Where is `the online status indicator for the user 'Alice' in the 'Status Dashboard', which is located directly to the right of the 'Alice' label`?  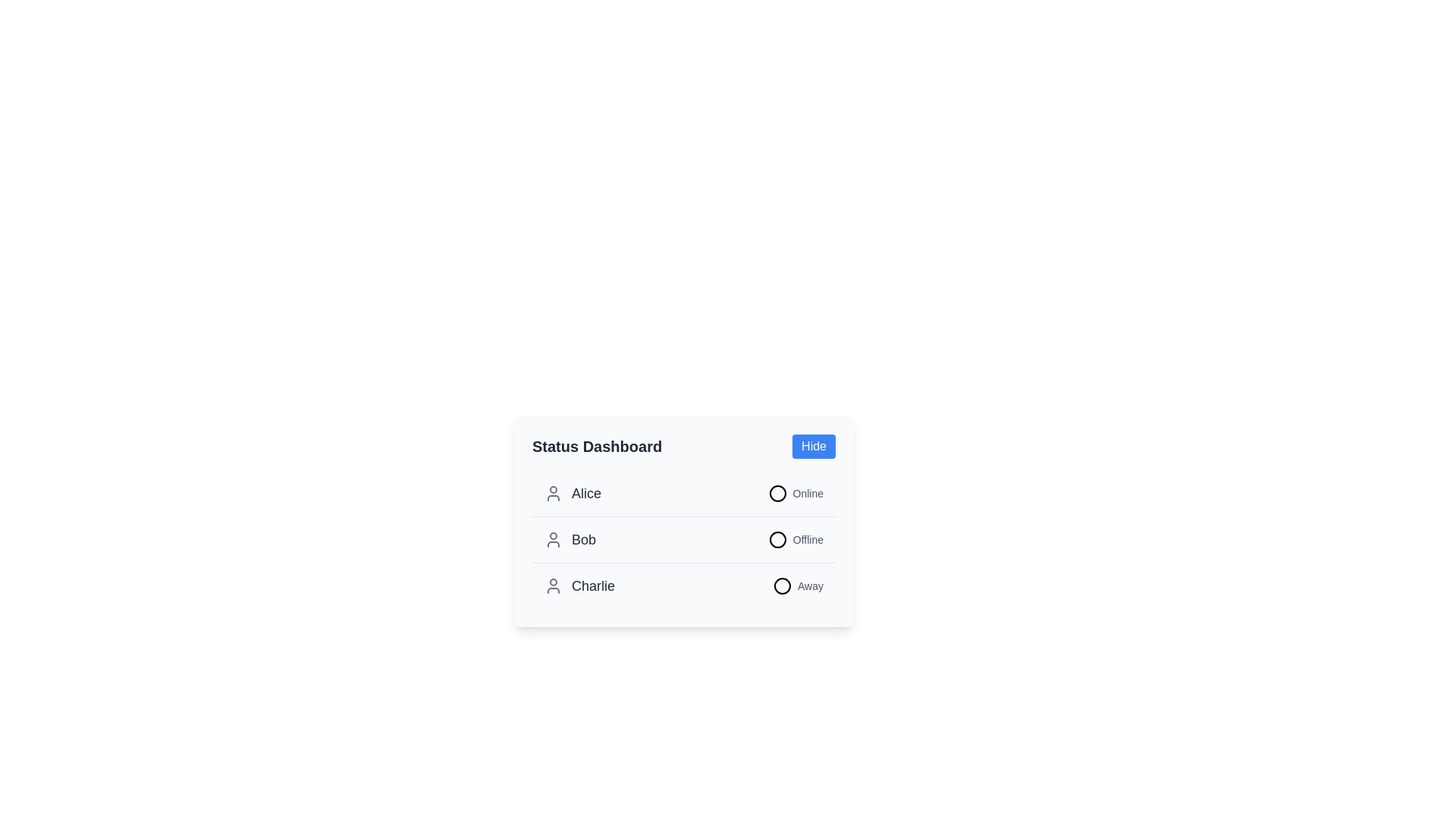 the online status indicator for the user 'Alice' in the 'Status Dashboard', which is located directly to the right of the 'Alice' label is located at coordinates (795, 494).